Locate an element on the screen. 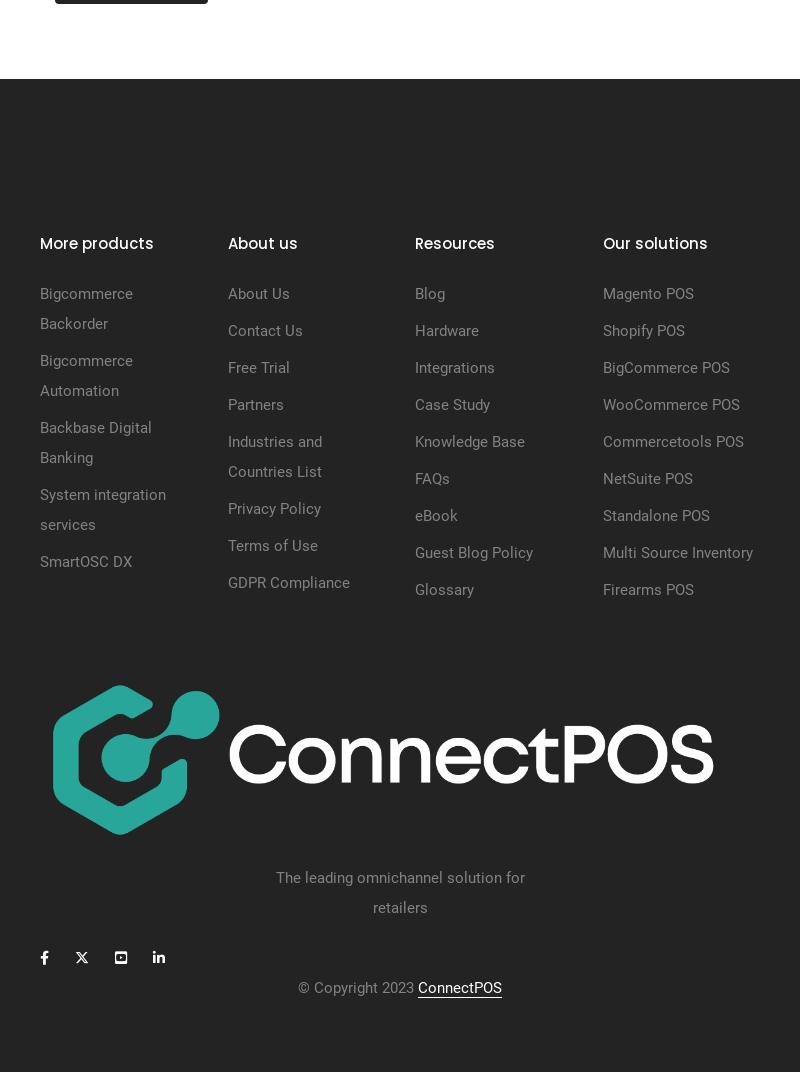 The image size is (800, 1072). 'WooCommerce POS' is located at coordinates (602, 403).